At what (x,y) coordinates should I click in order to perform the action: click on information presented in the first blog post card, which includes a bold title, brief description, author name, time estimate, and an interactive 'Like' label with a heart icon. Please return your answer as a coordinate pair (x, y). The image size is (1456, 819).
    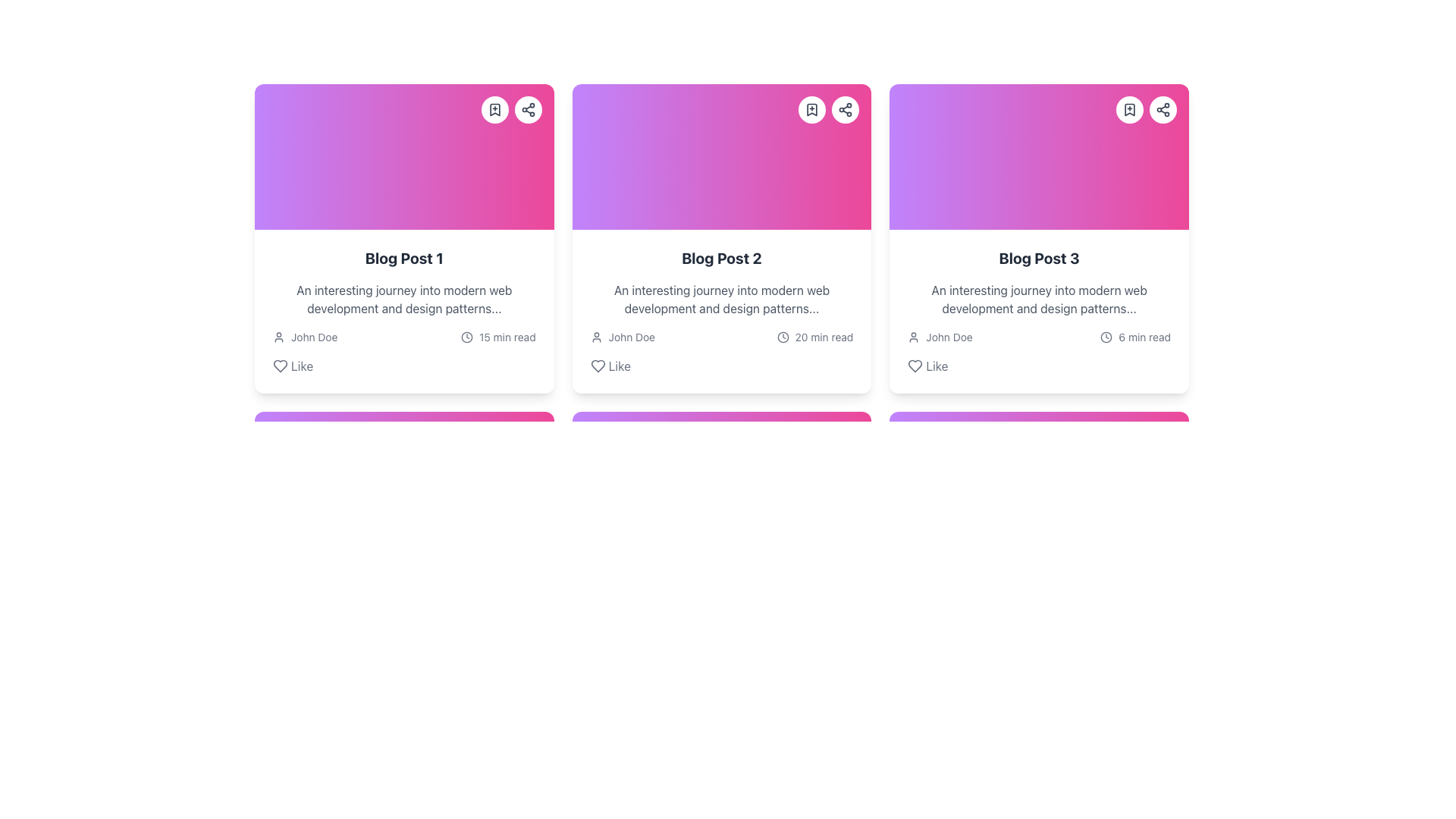
    Looking at the image, I should click on (404, 311).